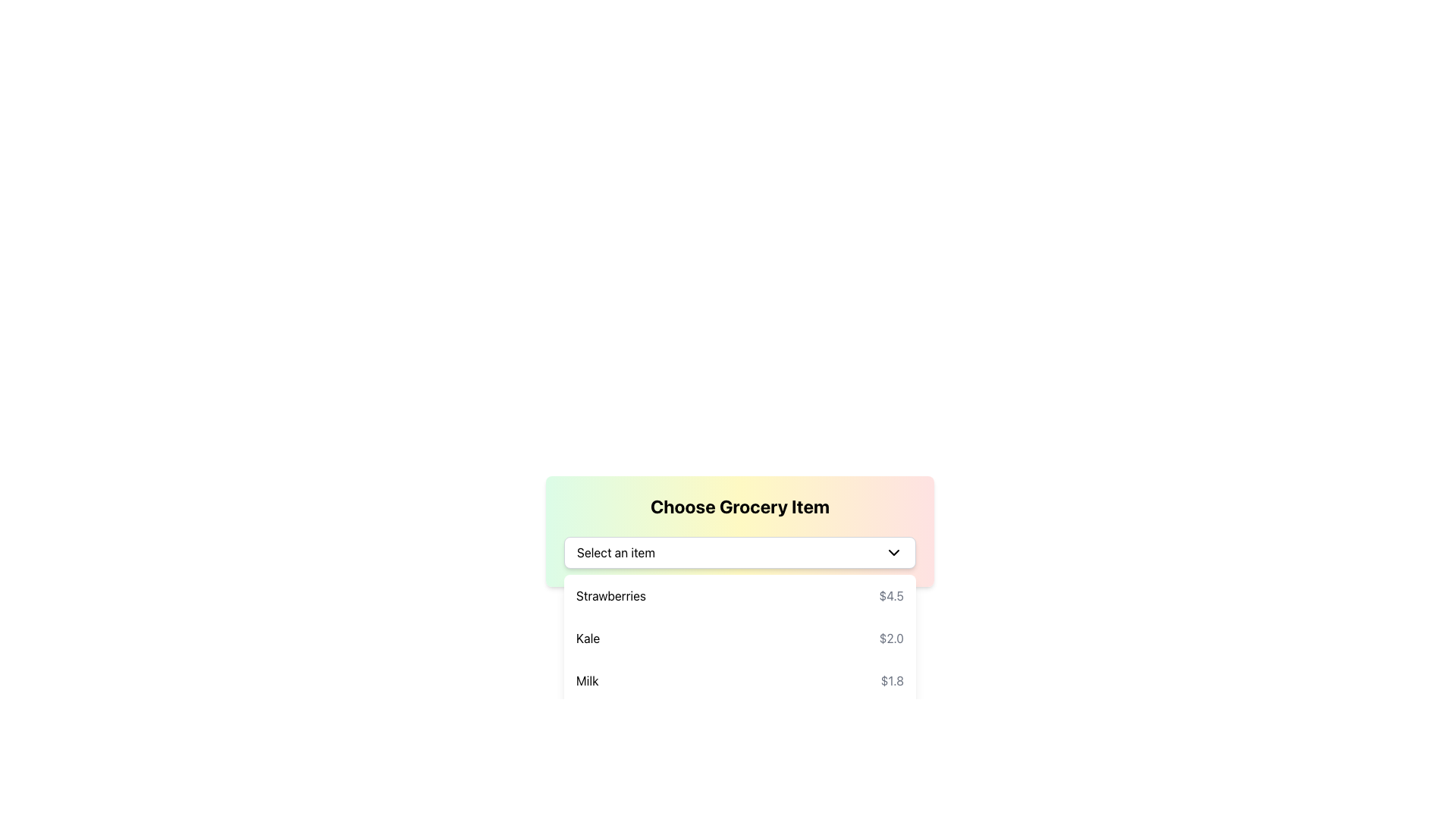 Image resolution: width=1456 pixels, height=819 pixels. I want to click on the Text Label that prompts the user to make a selection from the dropdown menu to focus it, so click(616, 553).